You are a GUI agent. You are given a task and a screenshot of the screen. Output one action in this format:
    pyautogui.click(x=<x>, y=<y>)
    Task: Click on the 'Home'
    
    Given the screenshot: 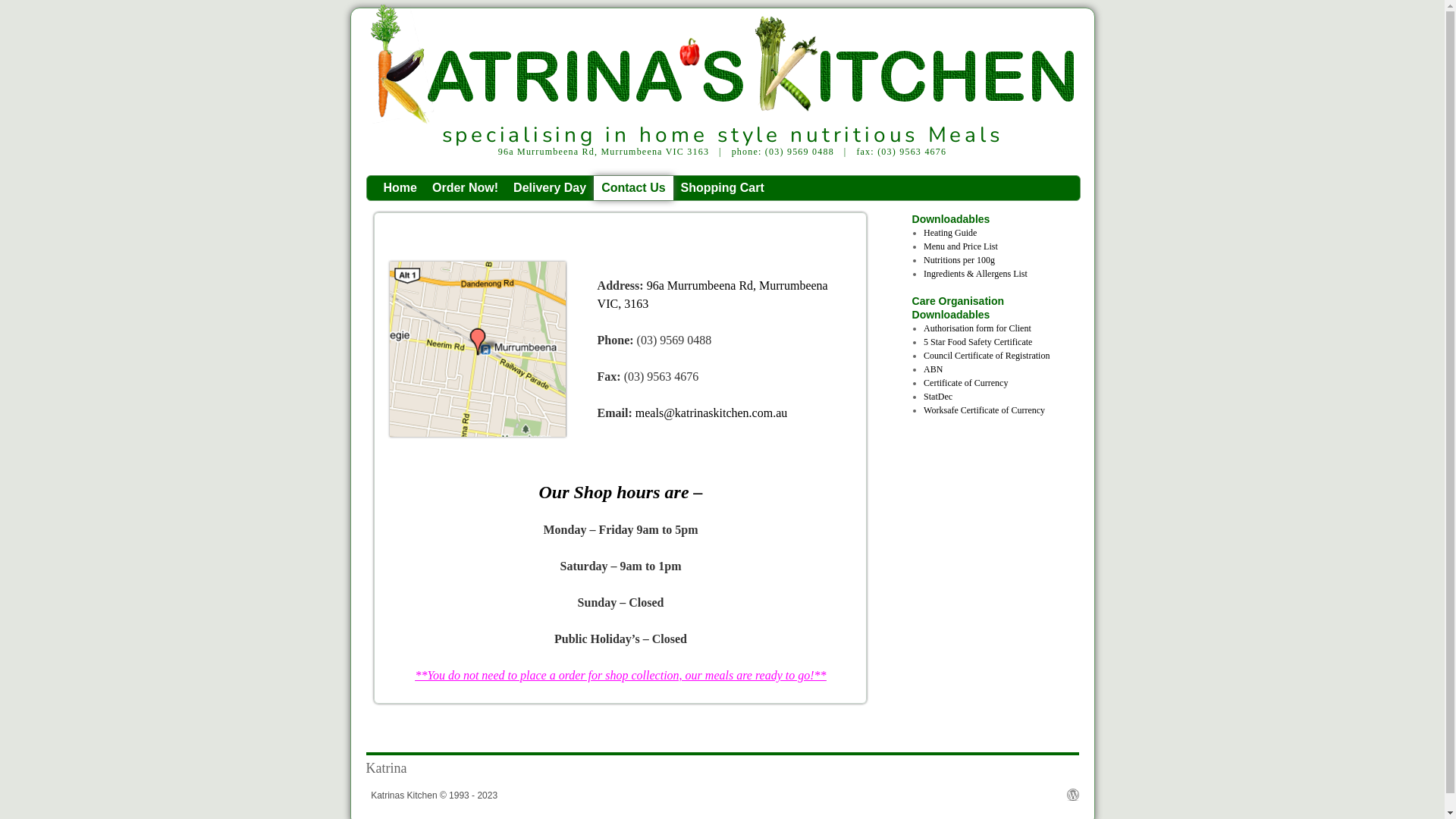 What is the action you would take?
    pyautogui.click(x=400, y=187)
    